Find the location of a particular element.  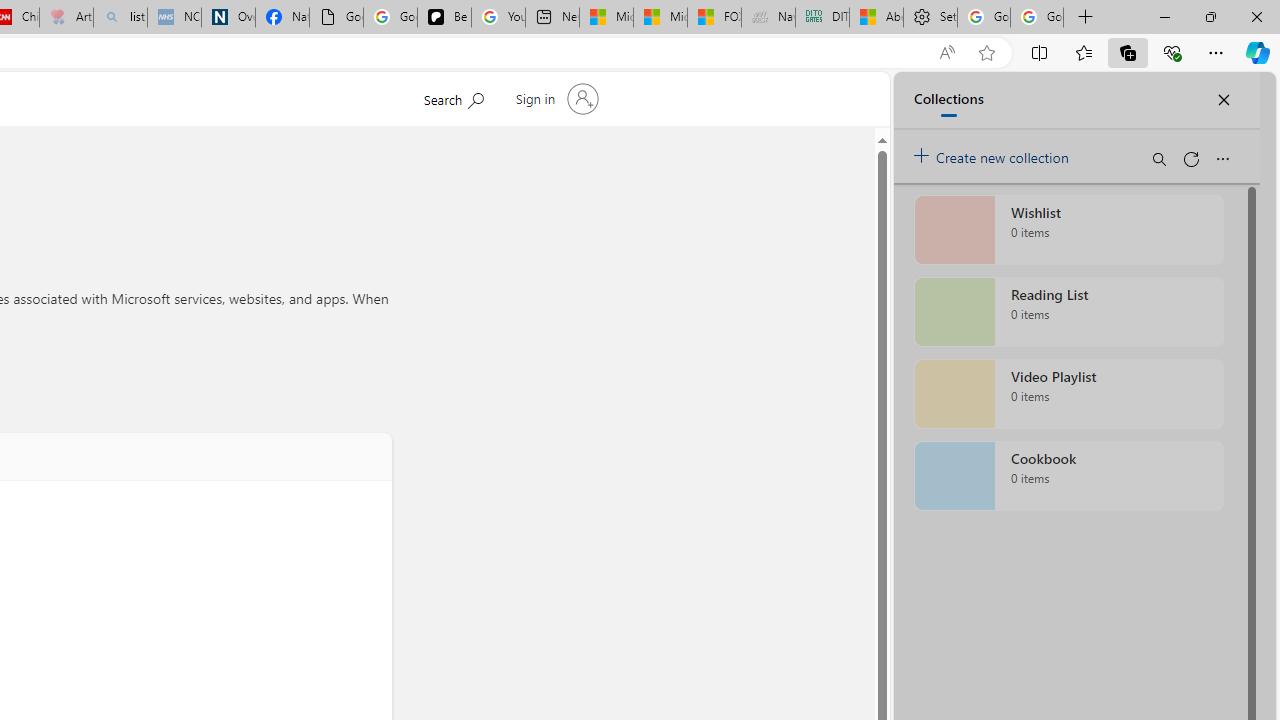

'Be Smart | creating Science videos | Patreon' is located at coordinates (443, 17).